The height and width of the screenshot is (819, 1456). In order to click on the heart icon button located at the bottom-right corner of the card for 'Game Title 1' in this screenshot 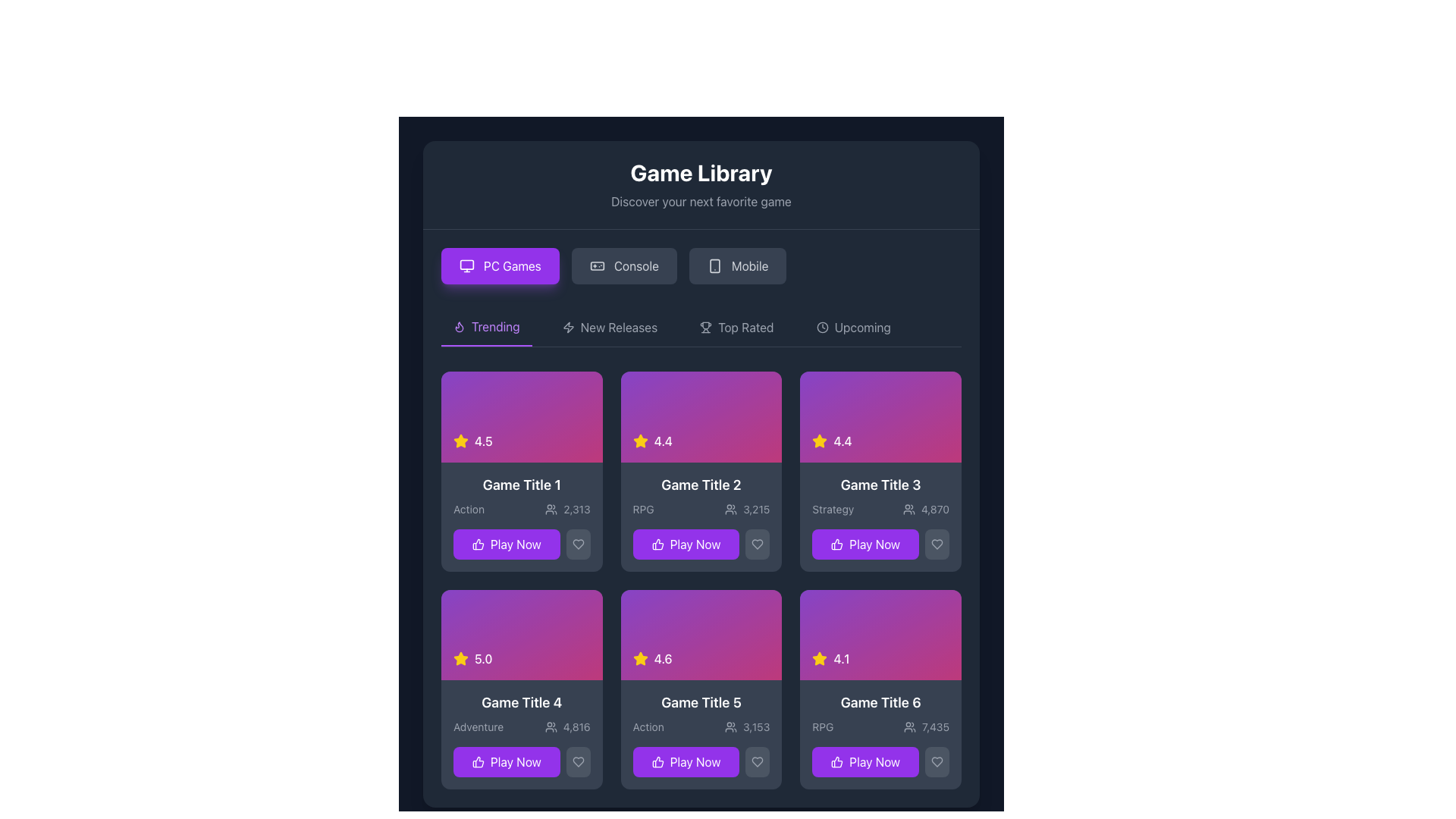, I will do `click(577, 543)`.